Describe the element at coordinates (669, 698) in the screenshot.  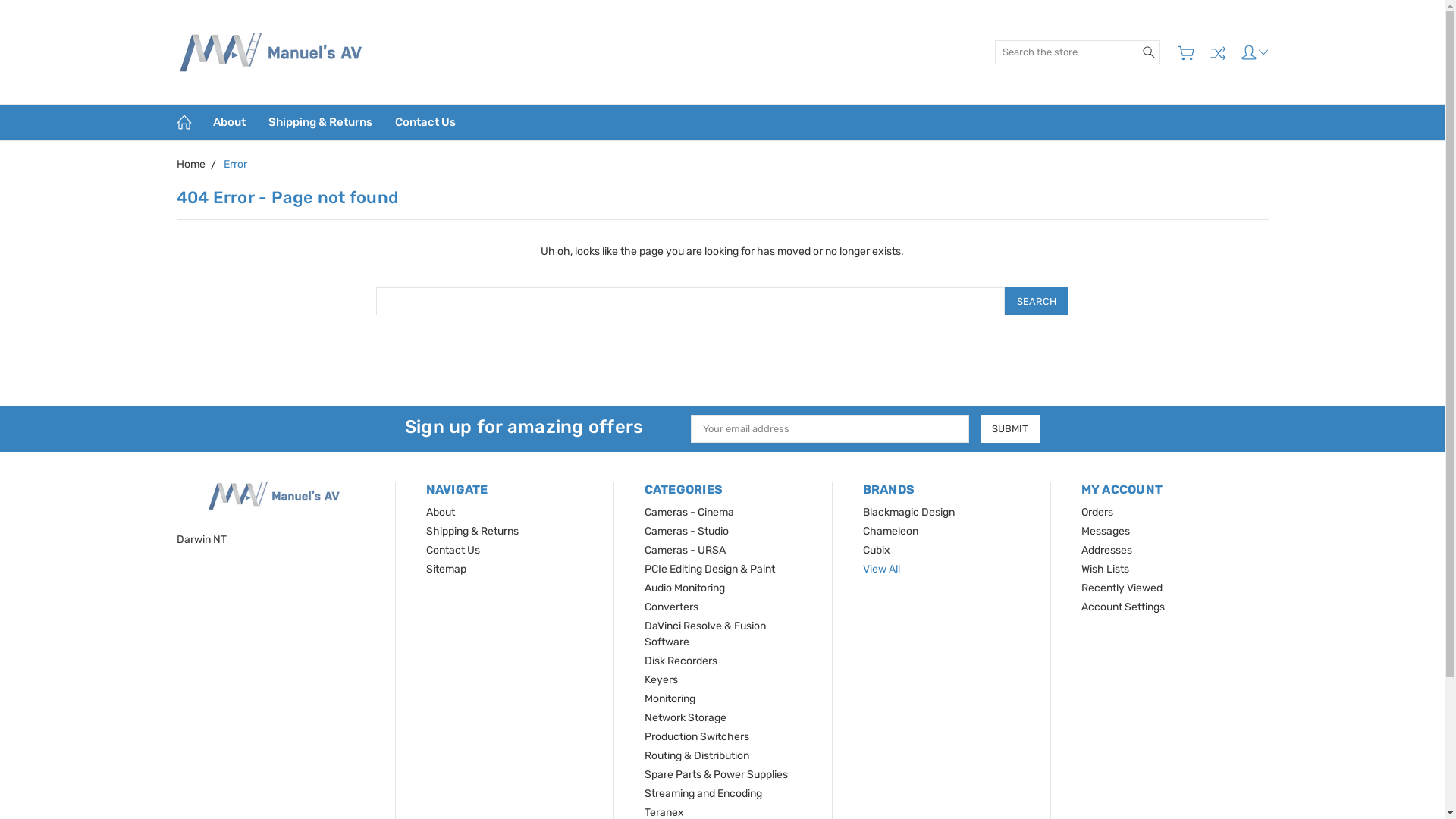
I see `'Monitoring'` at that location.